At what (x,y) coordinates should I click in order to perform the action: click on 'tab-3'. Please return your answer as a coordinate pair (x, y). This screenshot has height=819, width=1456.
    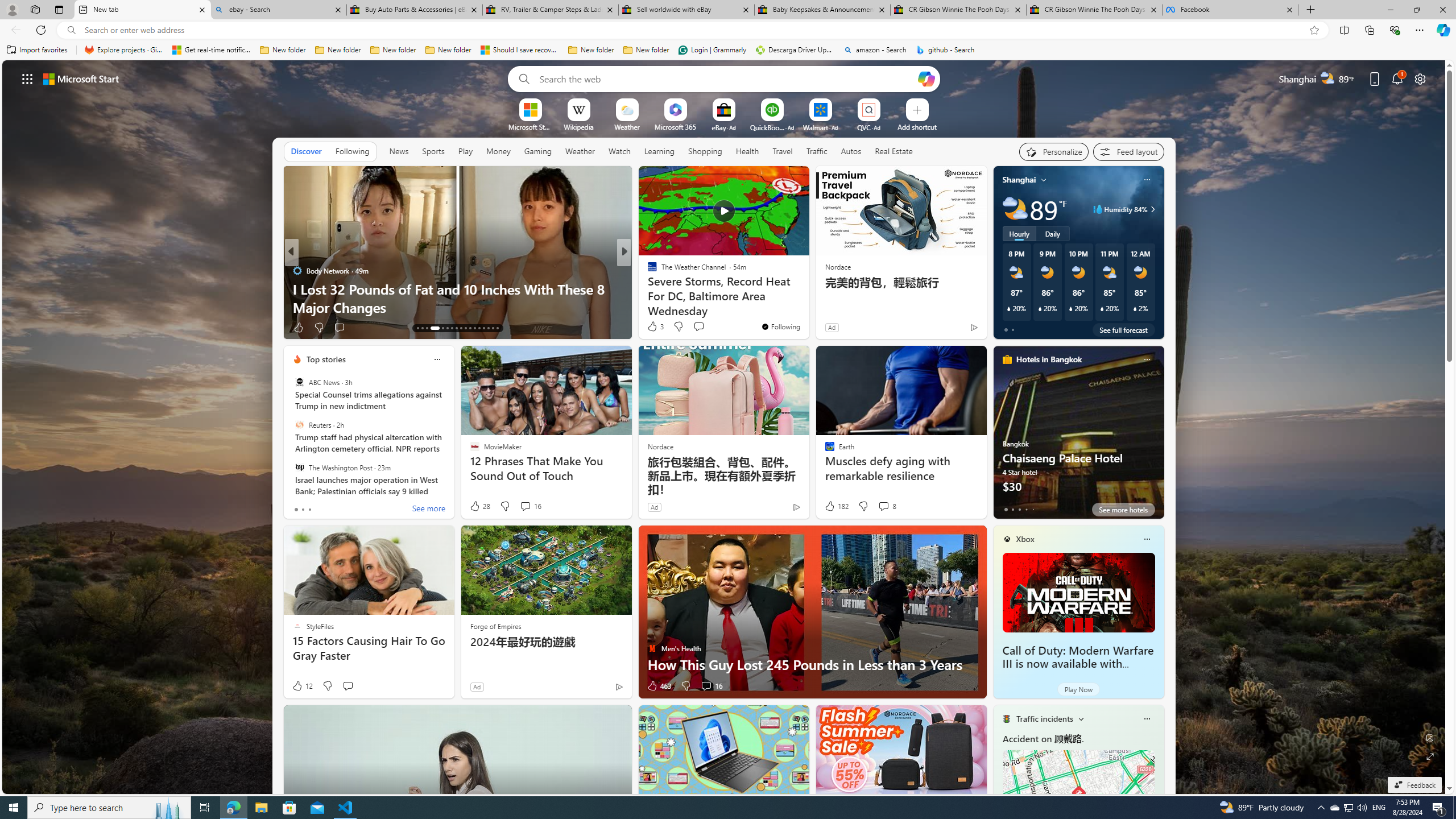
    Looking at the image, I should click on (1025, 509).